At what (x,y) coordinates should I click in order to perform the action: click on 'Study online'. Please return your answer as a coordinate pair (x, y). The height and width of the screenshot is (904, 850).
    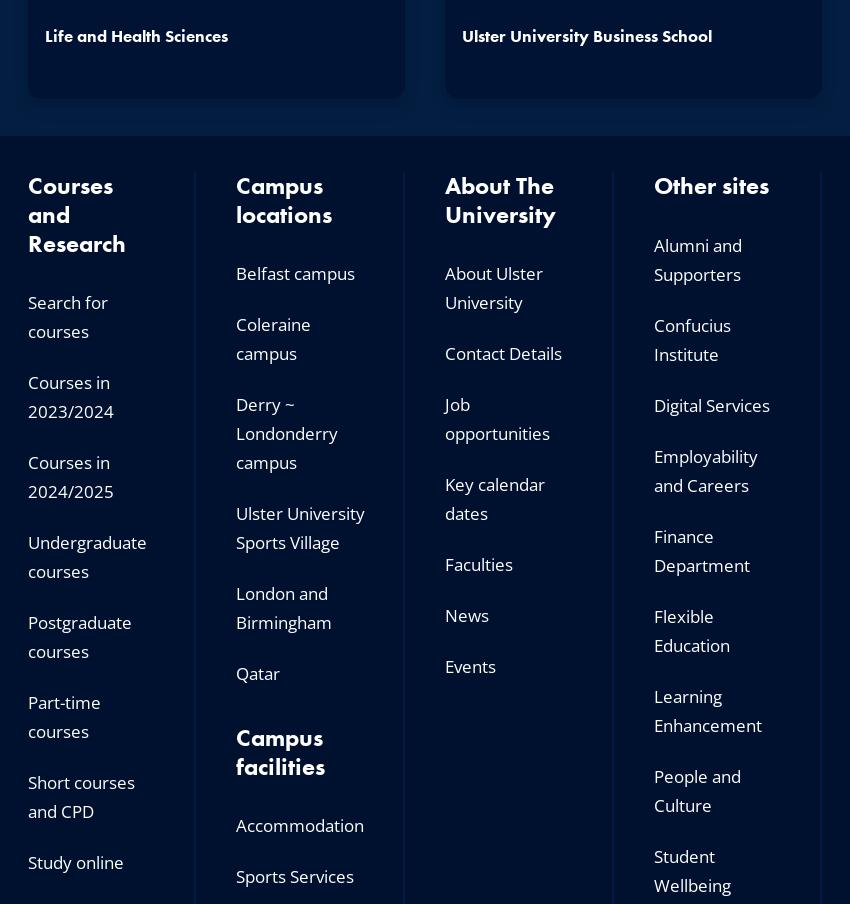
    Looking at the image, I should click on (26, 862).